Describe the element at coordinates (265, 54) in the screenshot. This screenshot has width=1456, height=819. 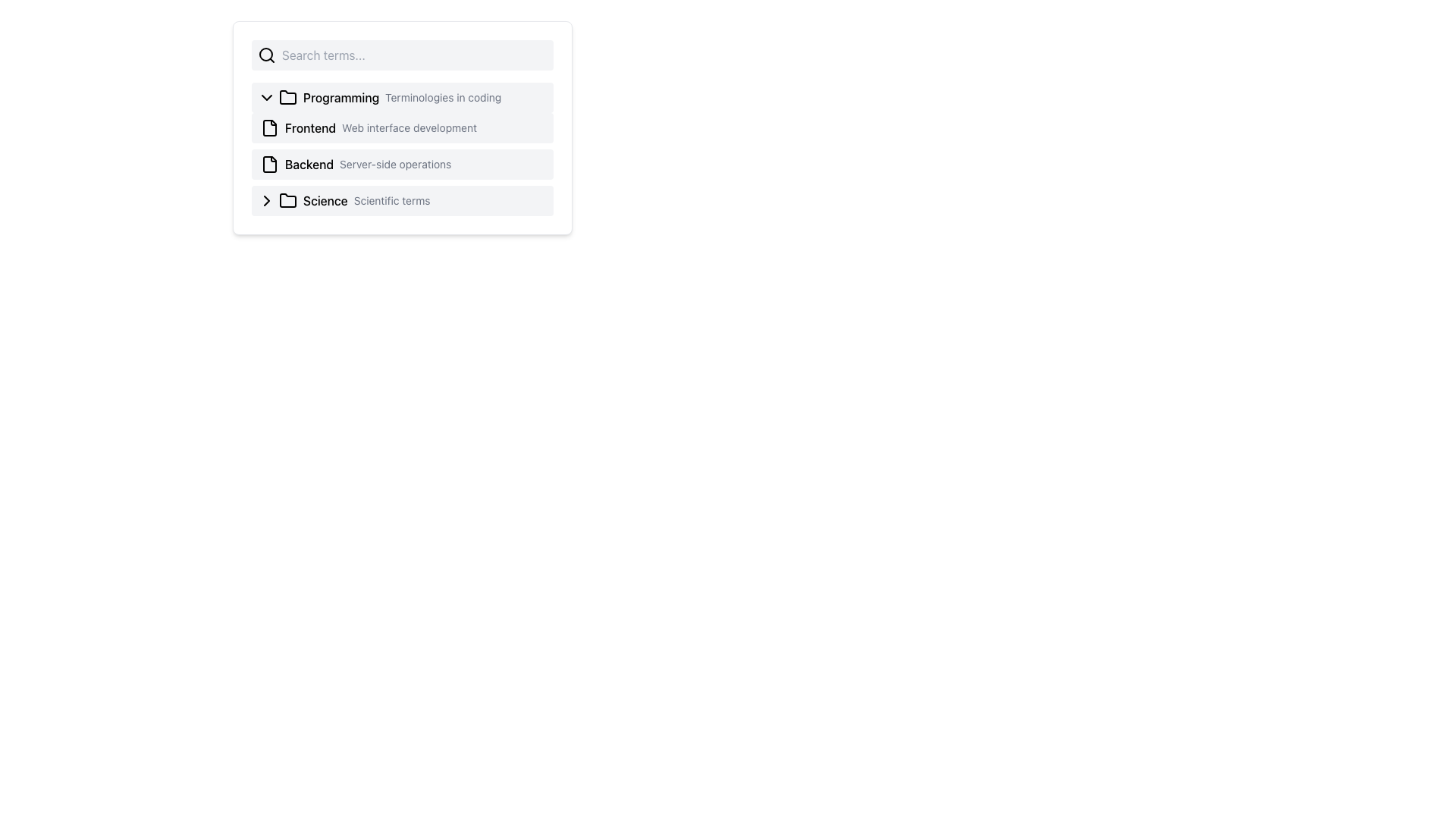
I see `the decorative SVG circle of the search icon located at the far left of the search bar` at that location.